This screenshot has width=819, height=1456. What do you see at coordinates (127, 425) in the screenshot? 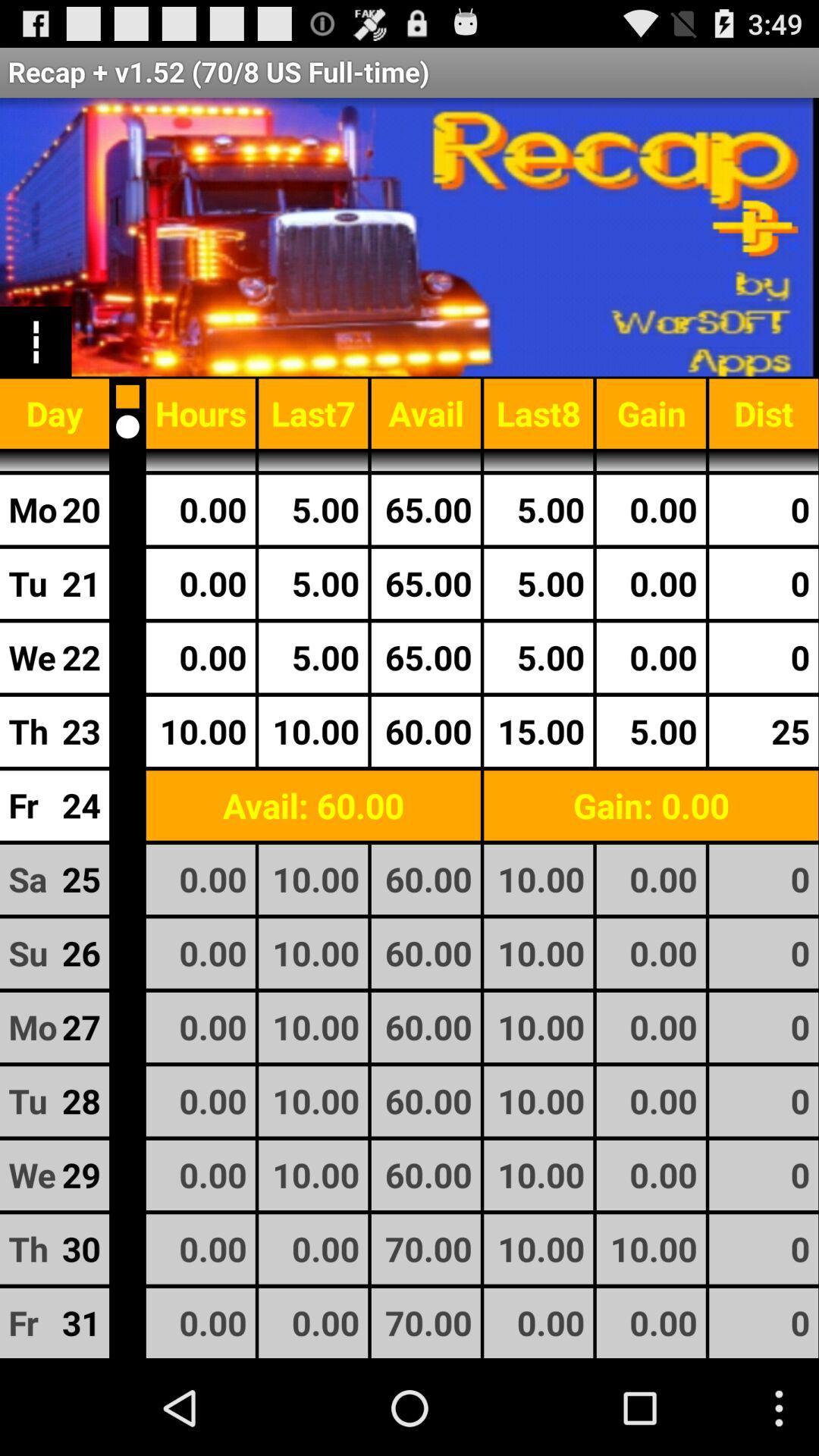
I see `cal under page` at bounding box center [127, 425].